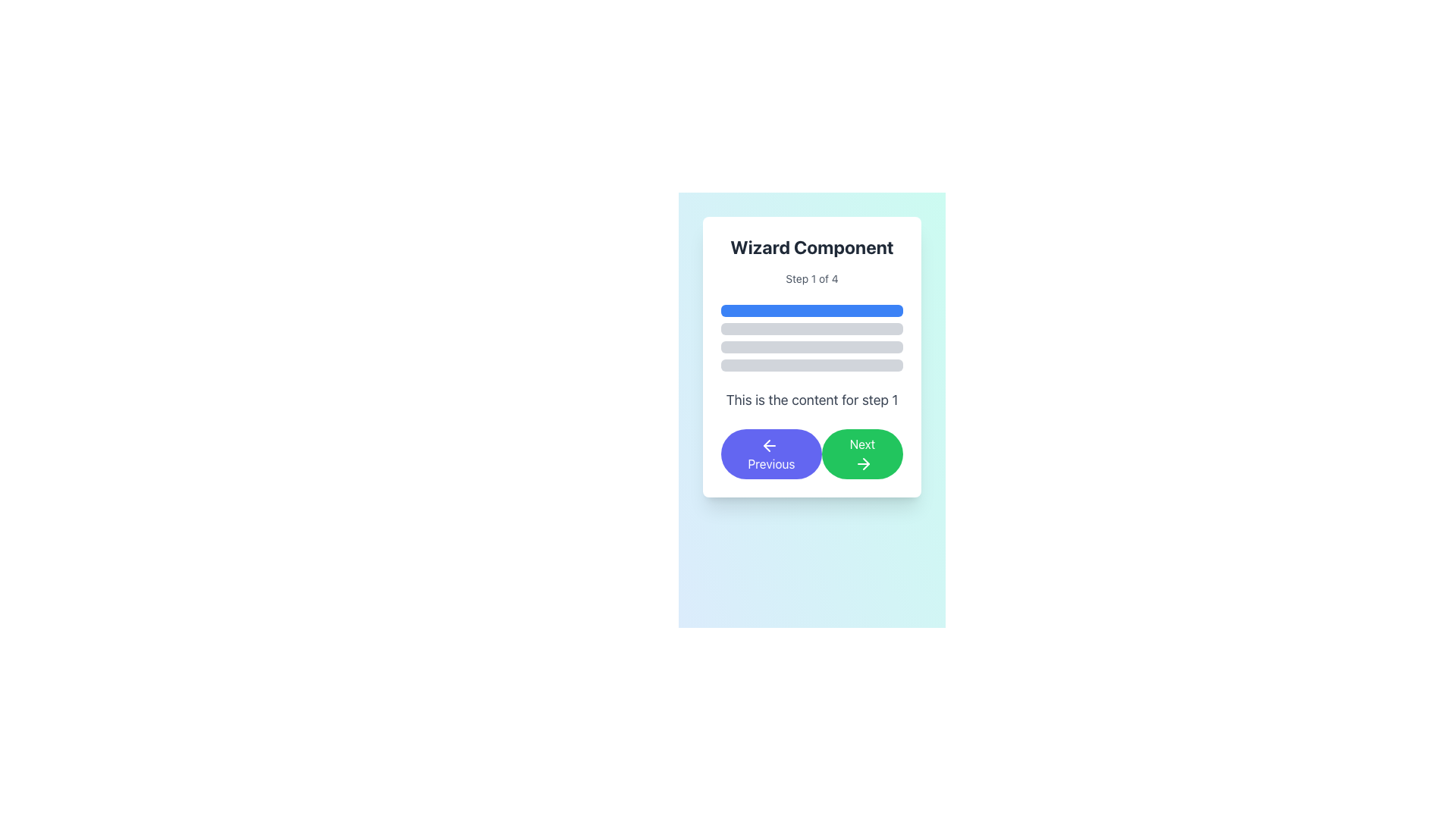 The height and width of the screenshot is (819, 1456). I want to click on the graphical arrow icon of the 'Next' button located at the bottom-right of the dialog, which visually represents proceeding to the next step or page, so click(864, 463).